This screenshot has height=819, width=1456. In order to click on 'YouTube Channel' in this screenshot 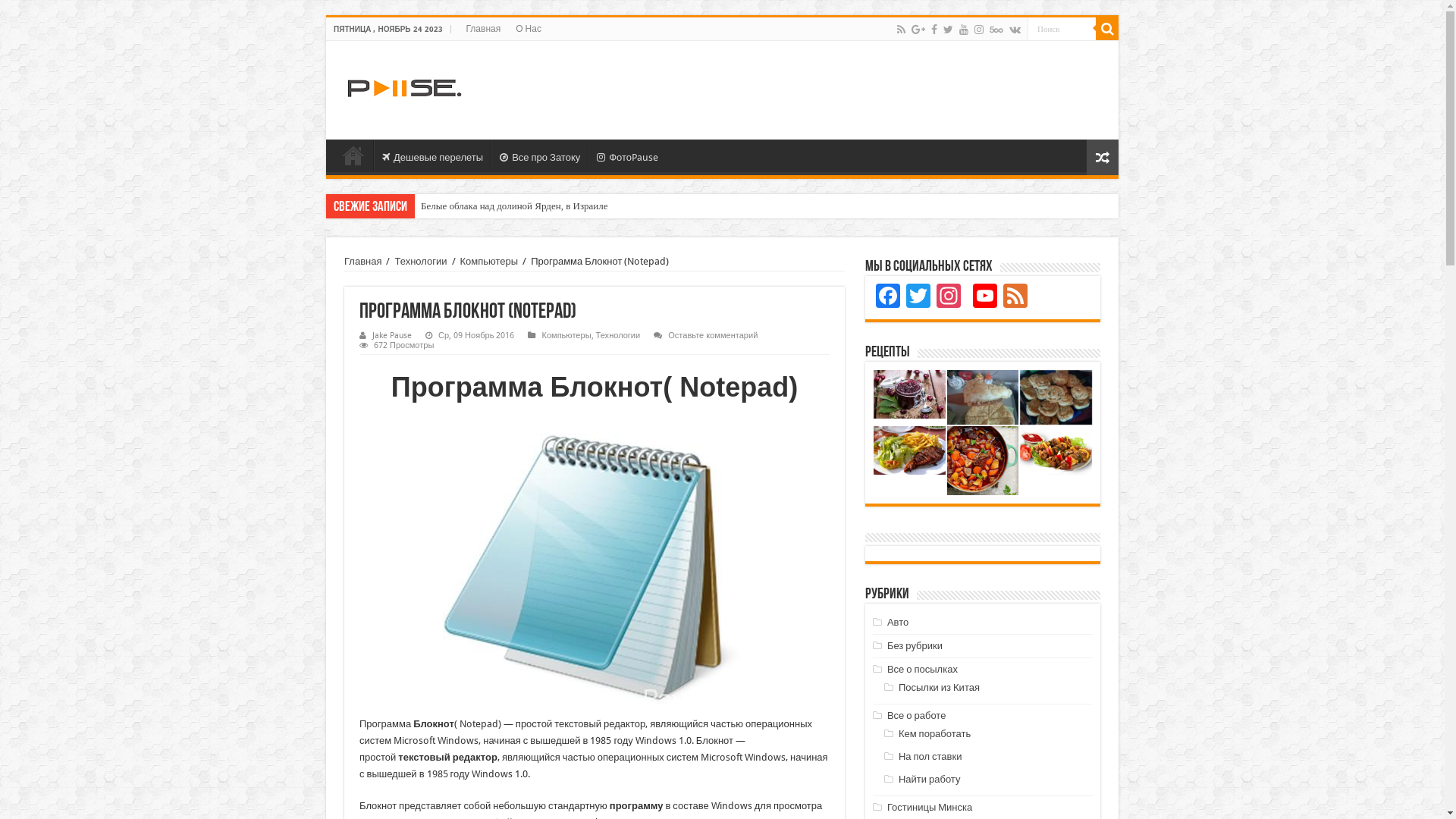, I will do `click(985, 297)`.